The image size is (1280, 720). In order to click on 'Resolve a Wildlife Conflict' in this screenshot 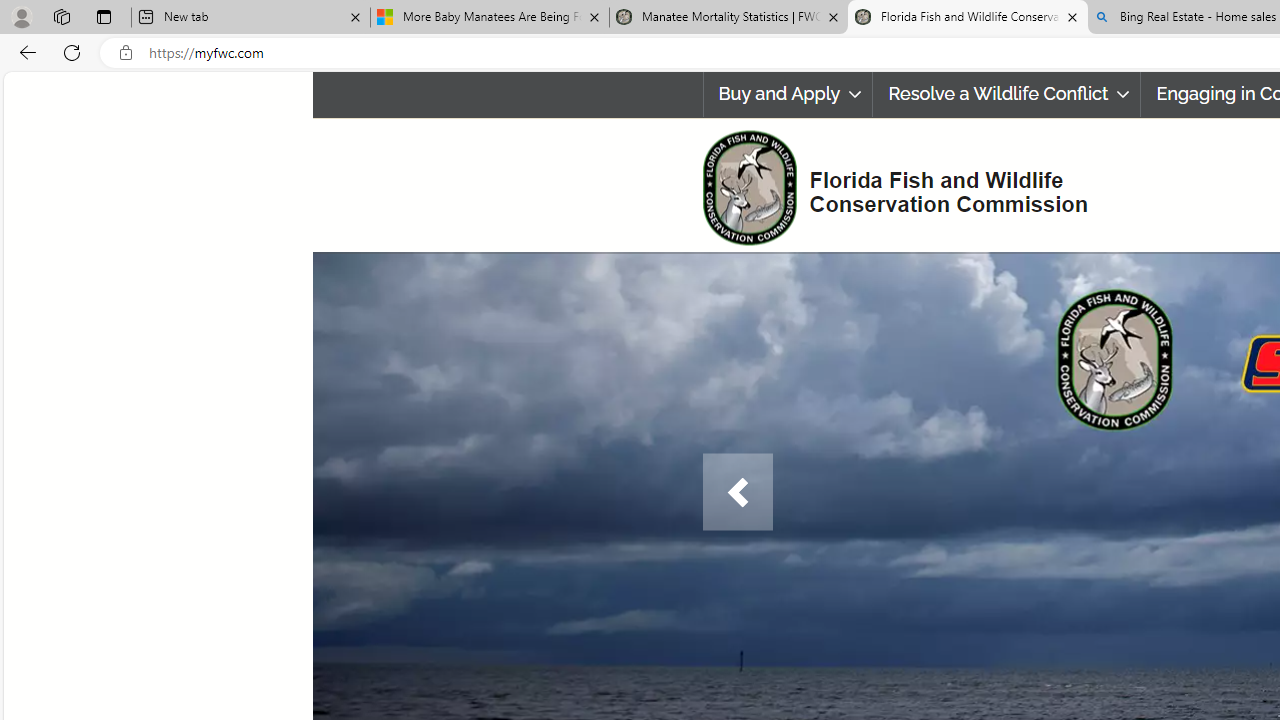, I will do `click(1007, 94)`.